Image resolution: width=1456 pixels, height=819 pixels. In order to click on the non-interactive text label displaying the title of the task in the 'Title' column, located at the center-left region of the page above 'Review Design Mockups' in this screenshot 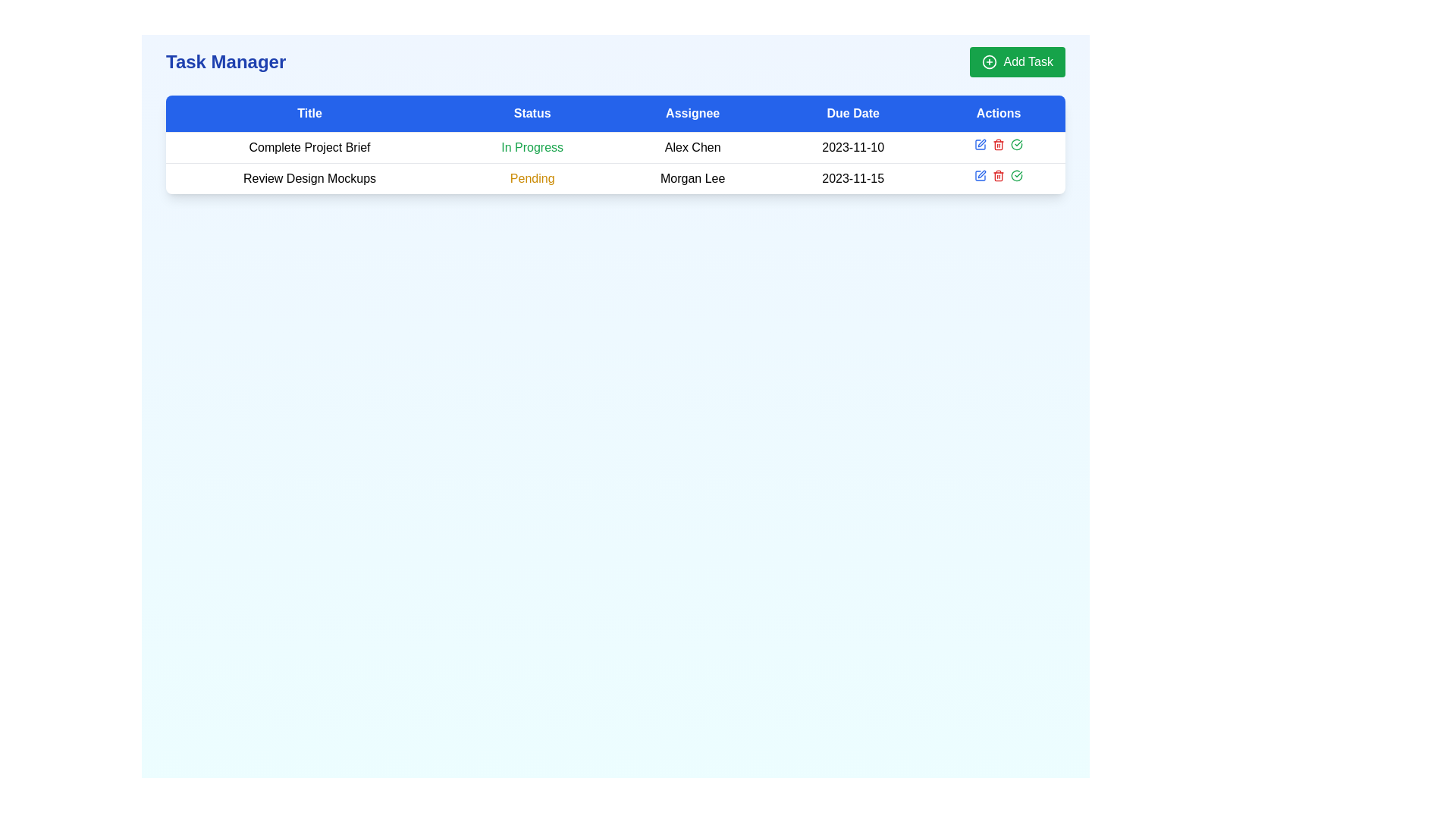, I will do `click(309, 148)`.